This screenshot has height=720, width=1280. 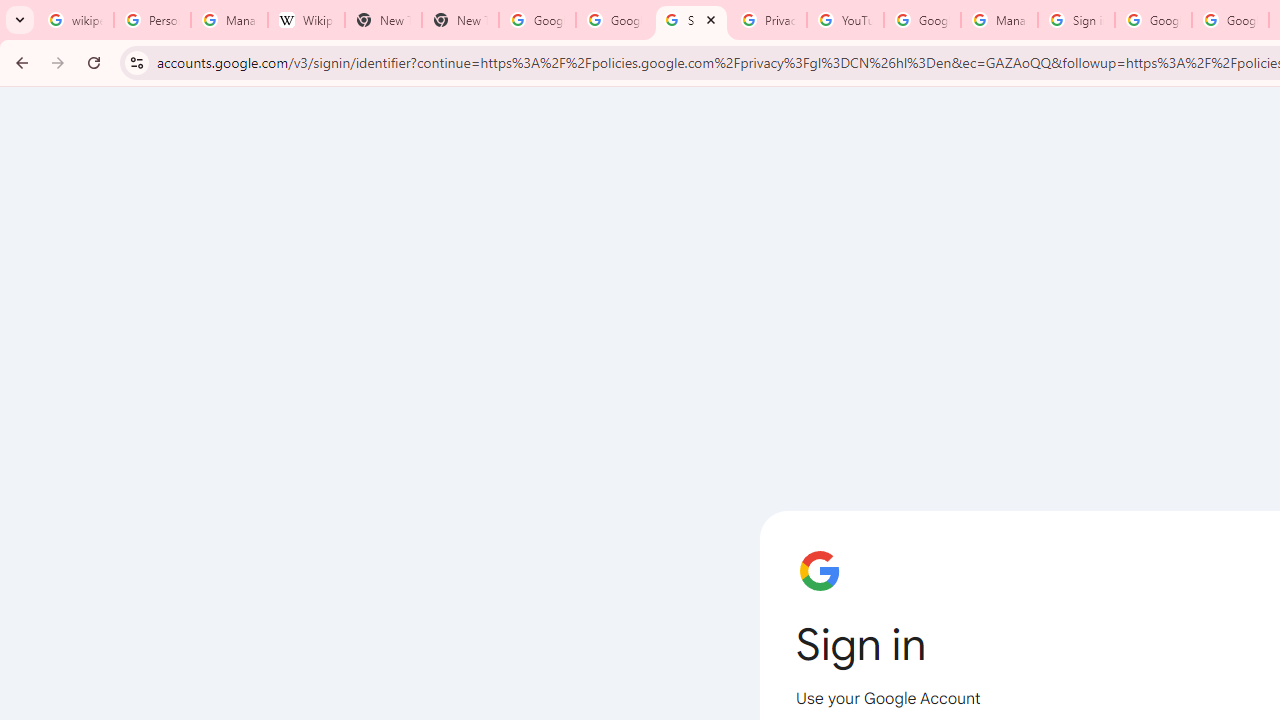 What do you see at coordinates (613, 20) in the screenshot?
I see `'Google Drive: Sign-in'` at bounding box center [613, 20].